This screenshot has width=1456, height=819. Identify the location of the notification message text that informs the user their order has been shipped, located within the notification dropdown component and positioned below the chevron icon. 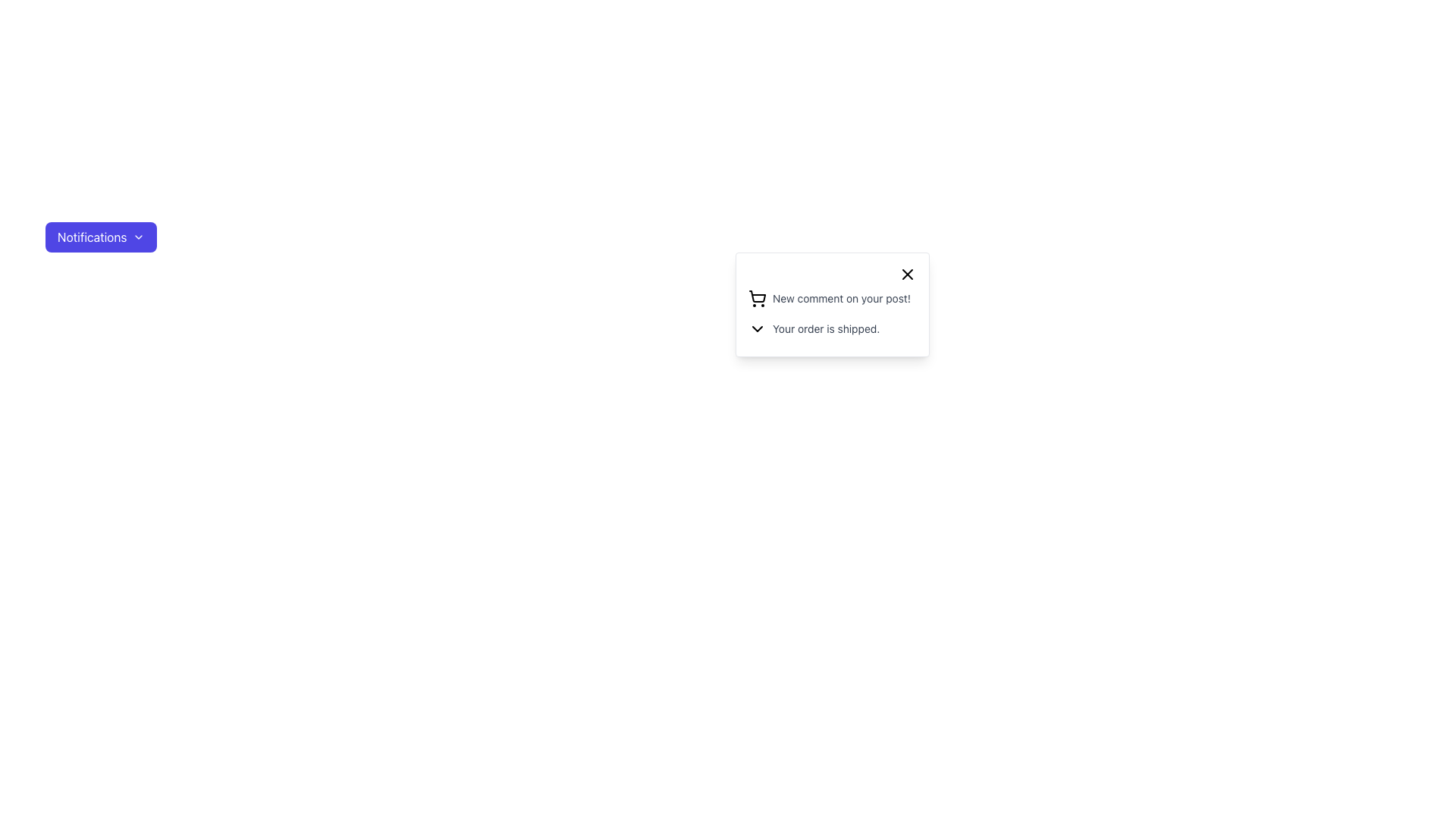
(825, 328).